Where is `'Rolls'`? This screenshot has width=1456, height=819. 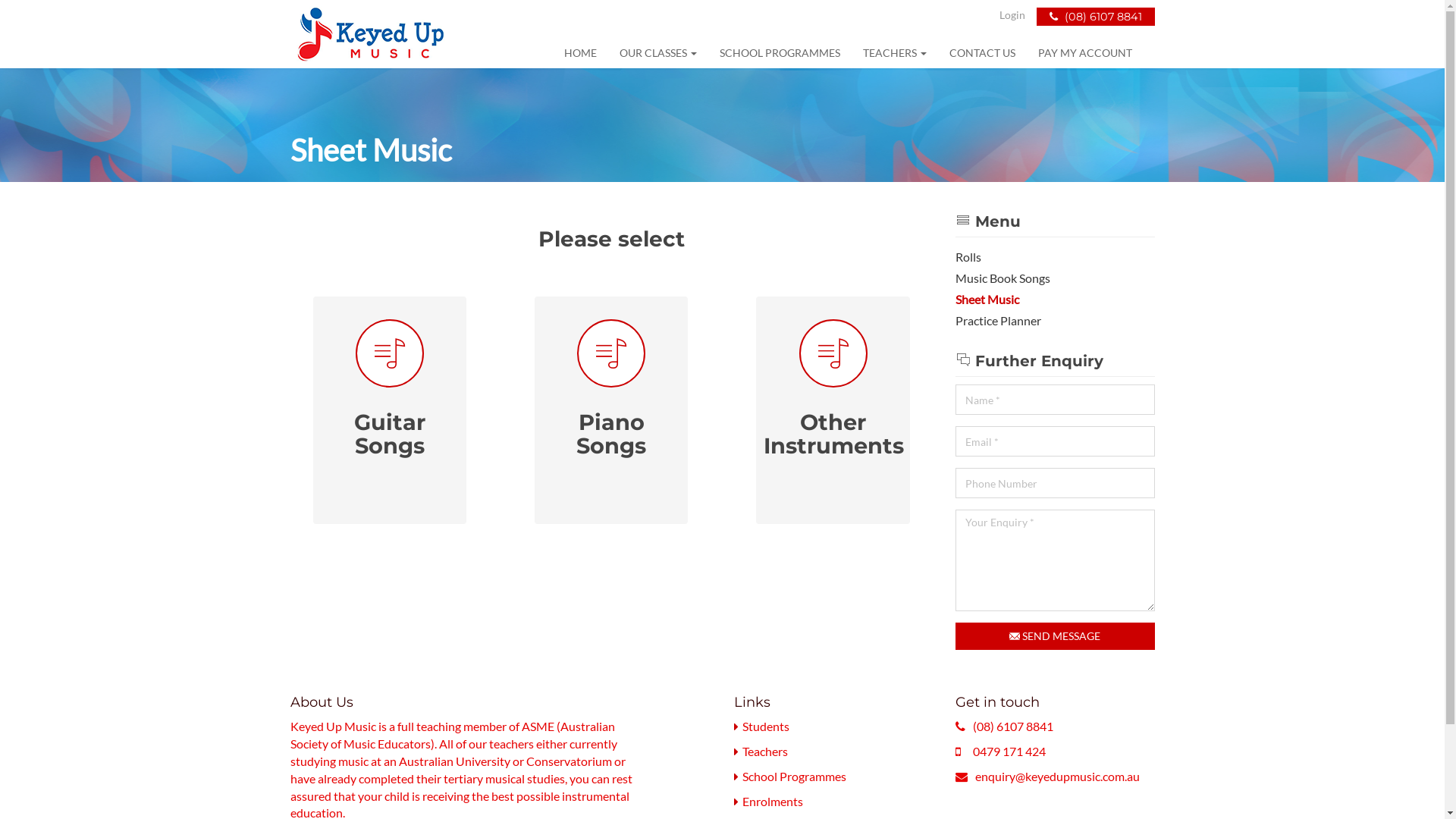 'Rolls' is located at coordinates (1054, 256).